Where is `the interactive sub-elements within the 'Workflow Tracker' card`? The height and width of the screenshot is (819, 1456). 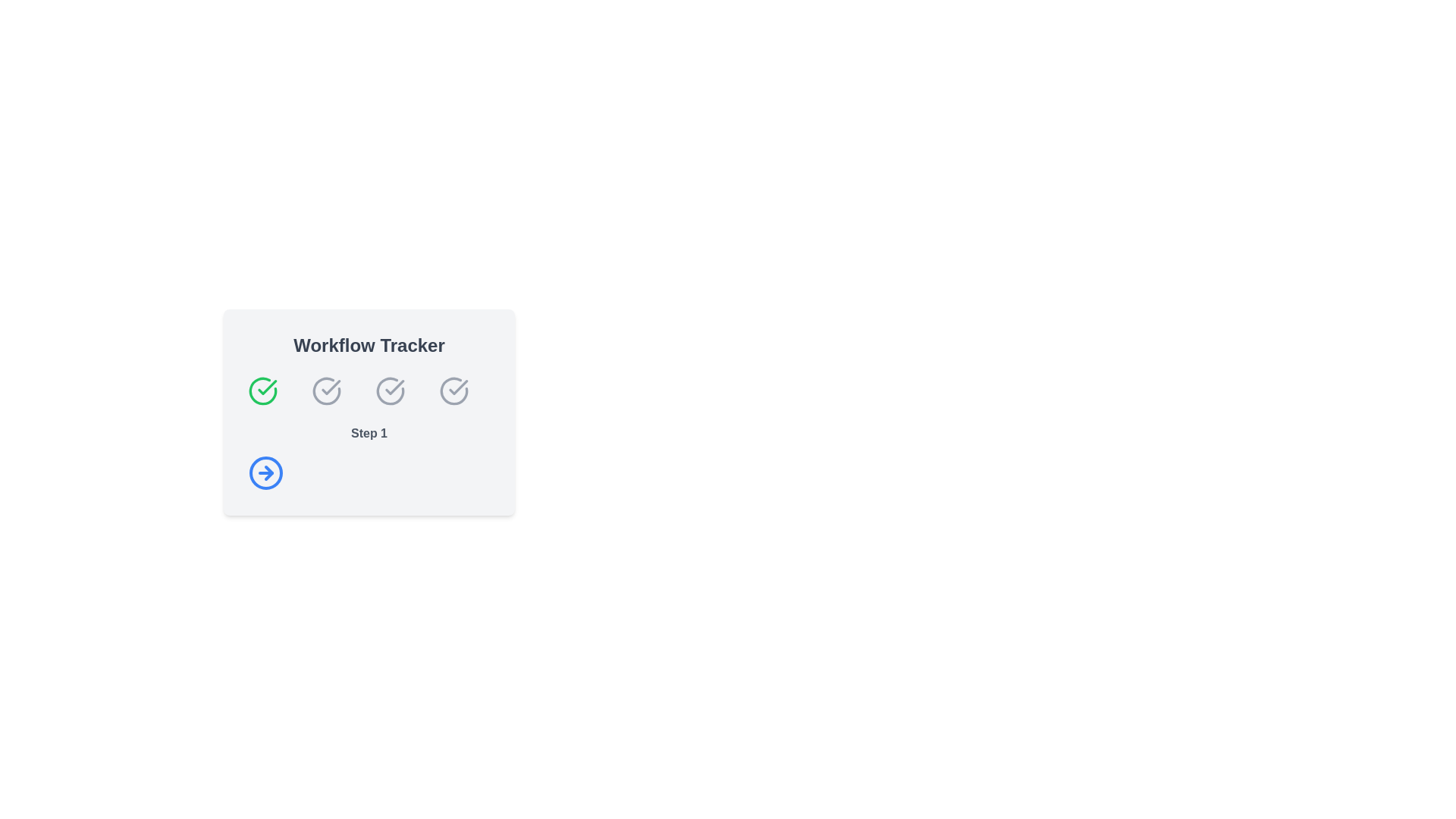 the interactive sub-elements within the 'Workflow Tracker' card is located at coordinates (369, 412).